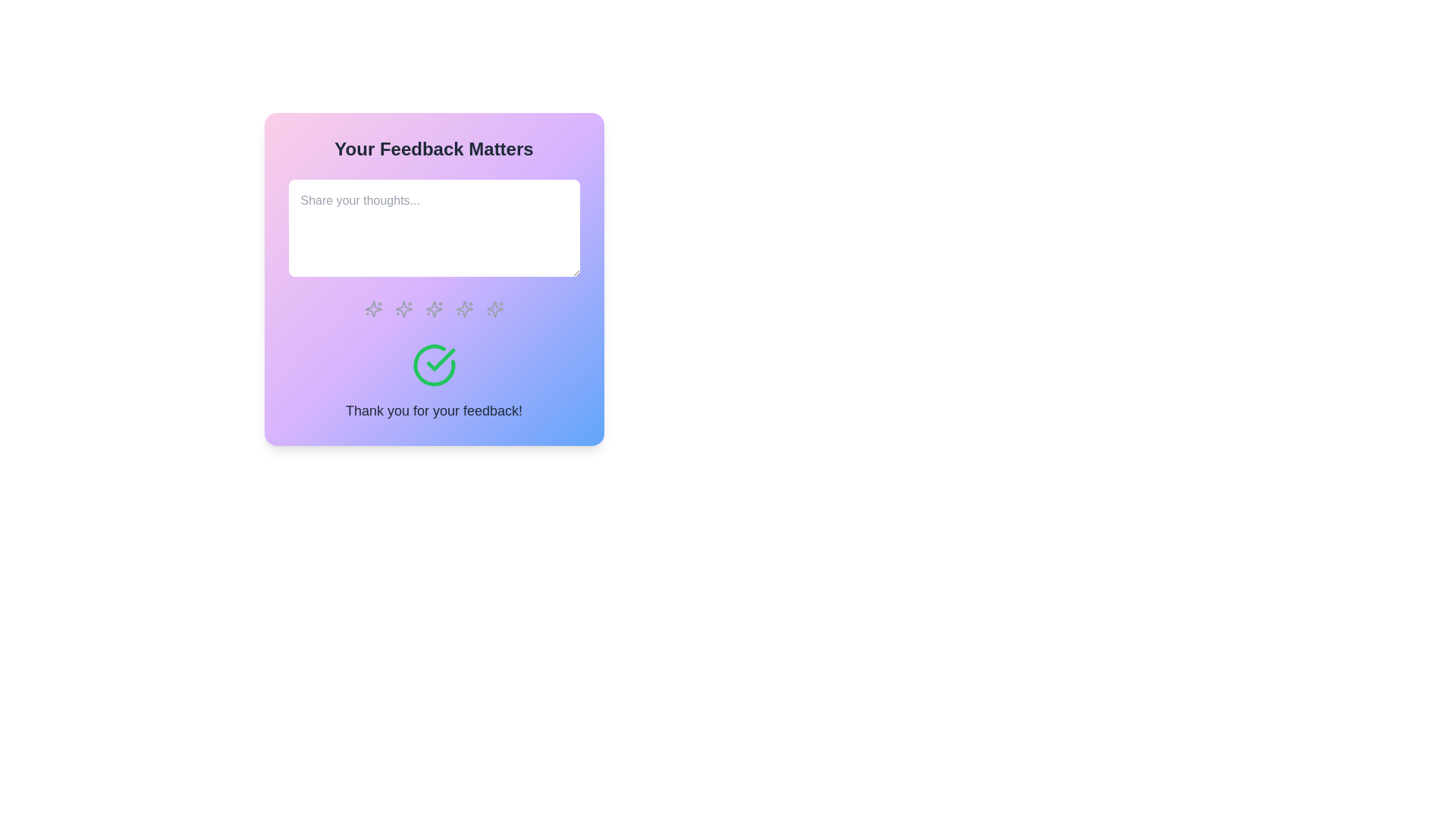  What do you see at coordinates (433, 309) in the screenshot?
I see `the middle SVG graphic element, which is part of a rating mechanism, to interact with it` at bounding box center [433, 309].